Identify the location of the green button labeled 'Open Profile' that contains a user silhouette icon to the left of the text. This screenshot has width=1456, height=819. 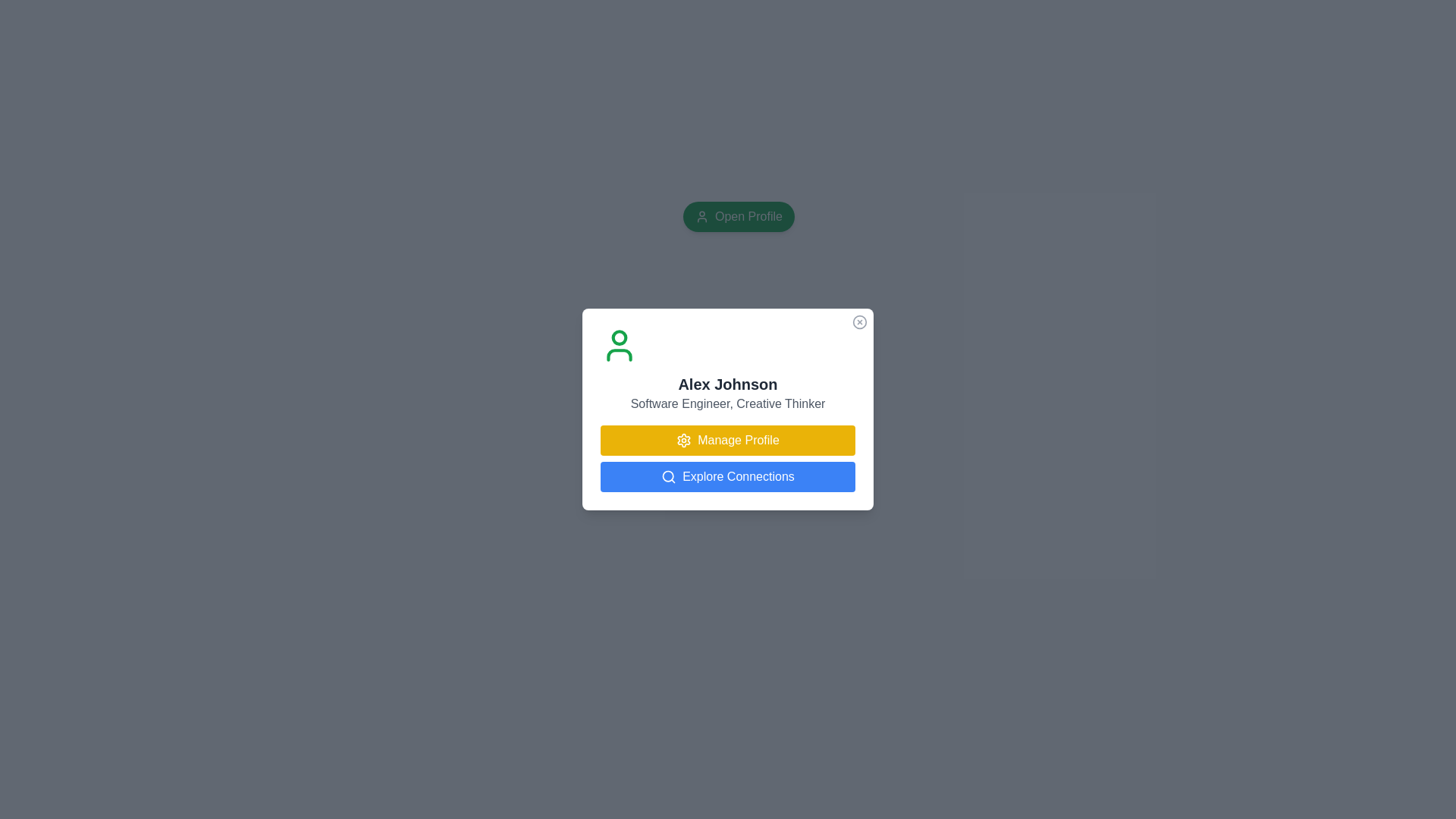
(701, 216).